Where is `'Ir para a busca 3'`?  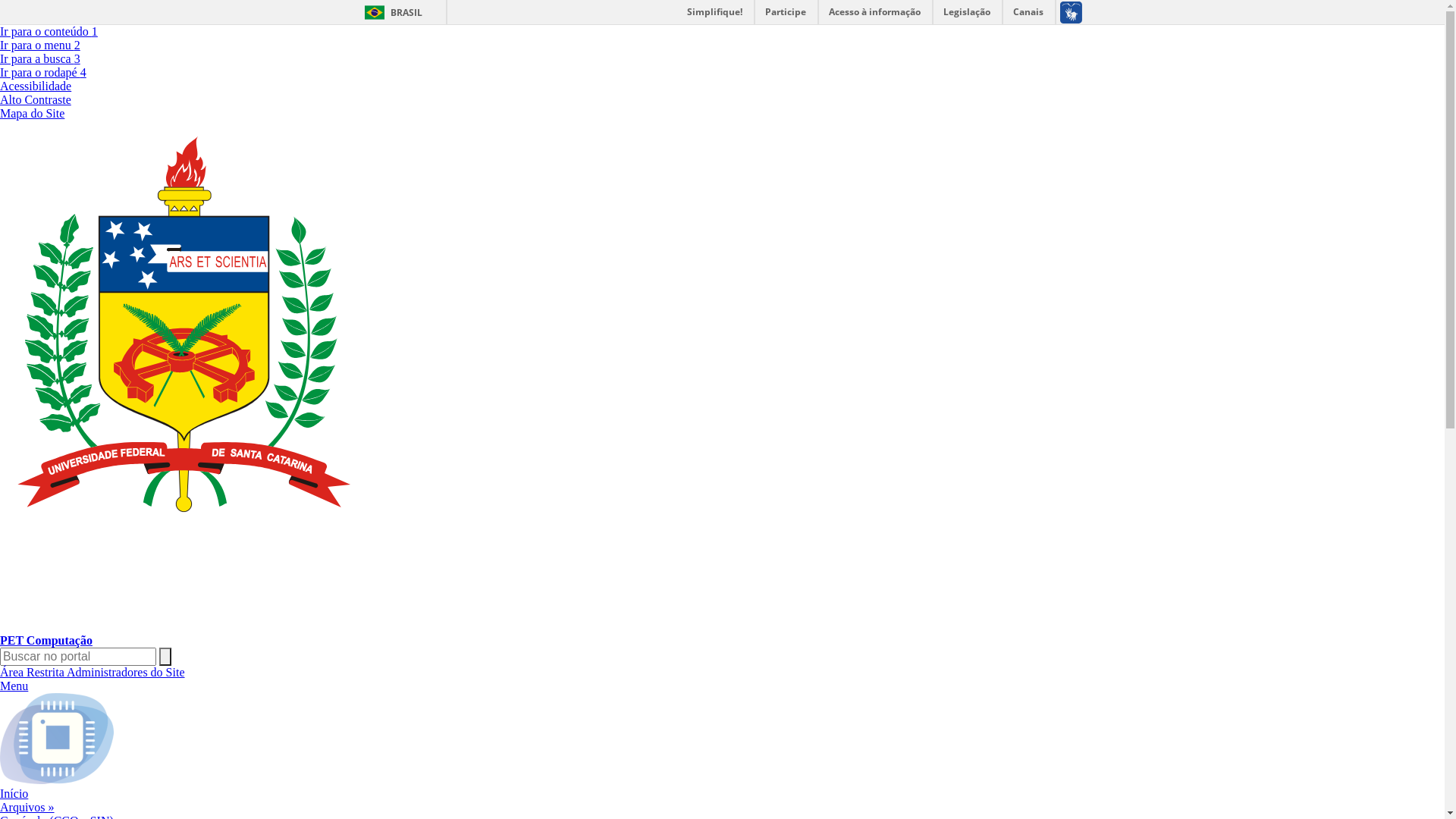
'Ir para a busca 3' is located at coordinates (39, 58).